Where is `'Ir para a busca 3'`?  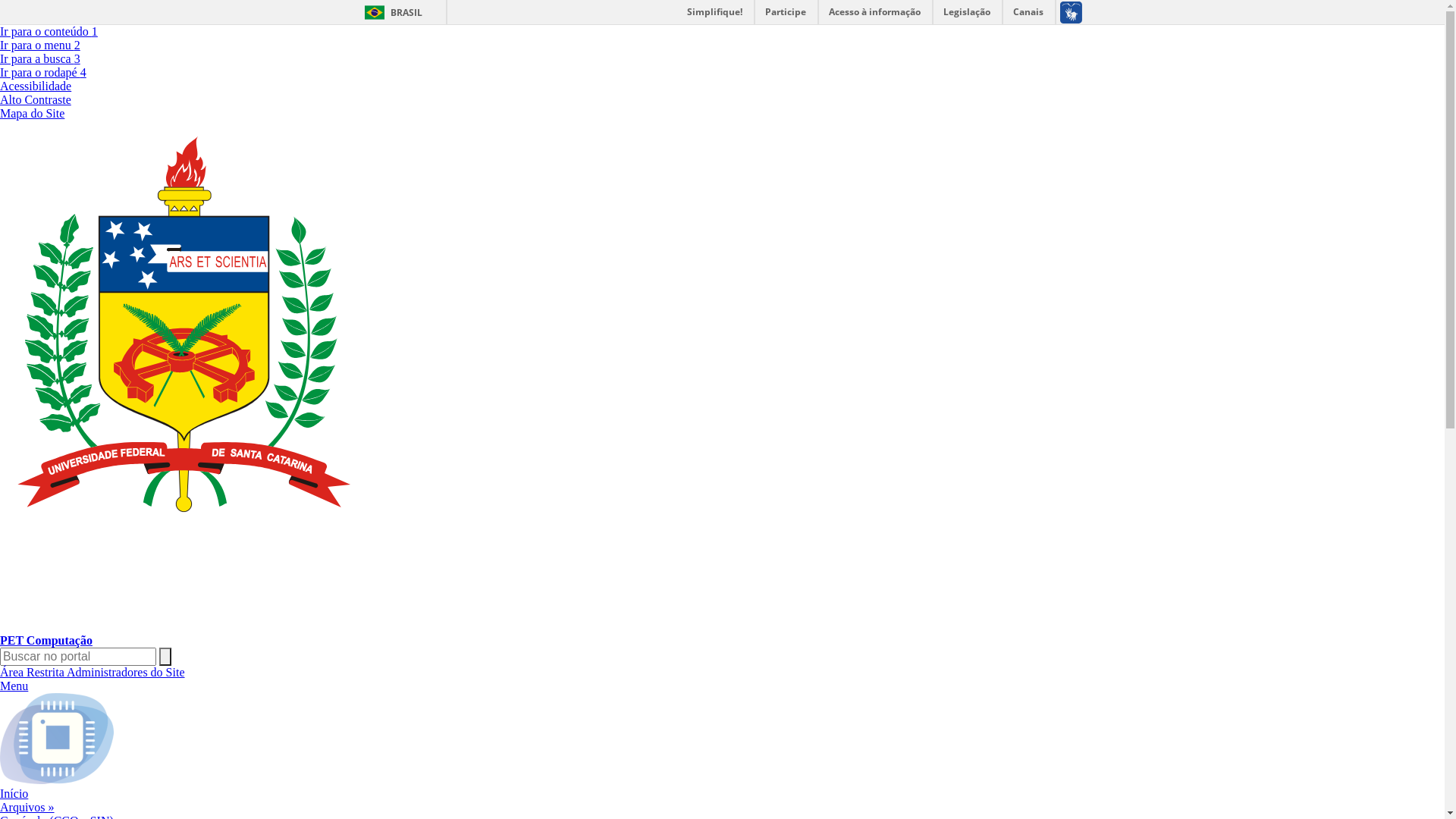
'Ir para a busca 3' is located at coordinates (39, 58).